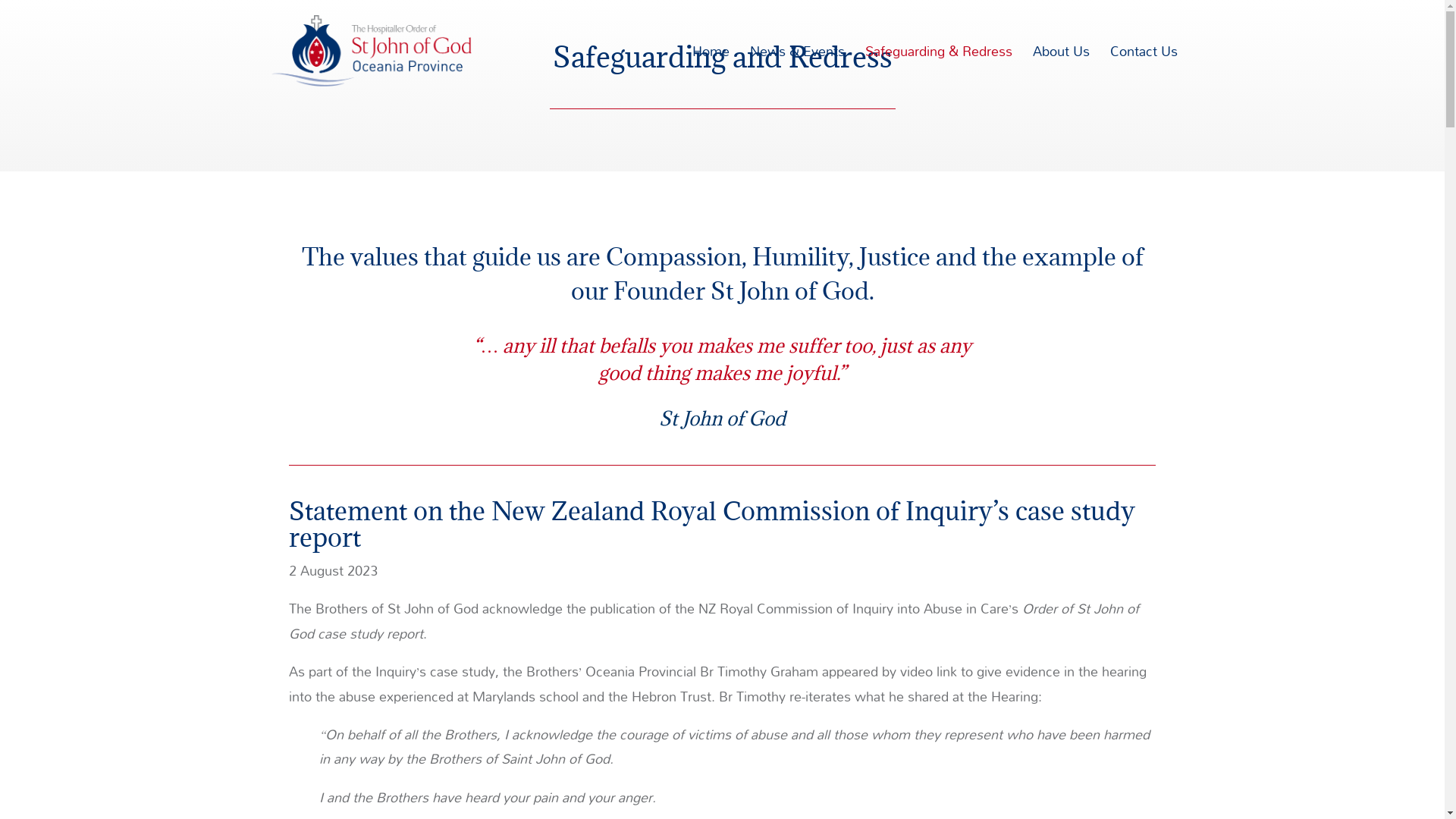  I want to click on 'Safeguarding & Redress', so click(937, 73).